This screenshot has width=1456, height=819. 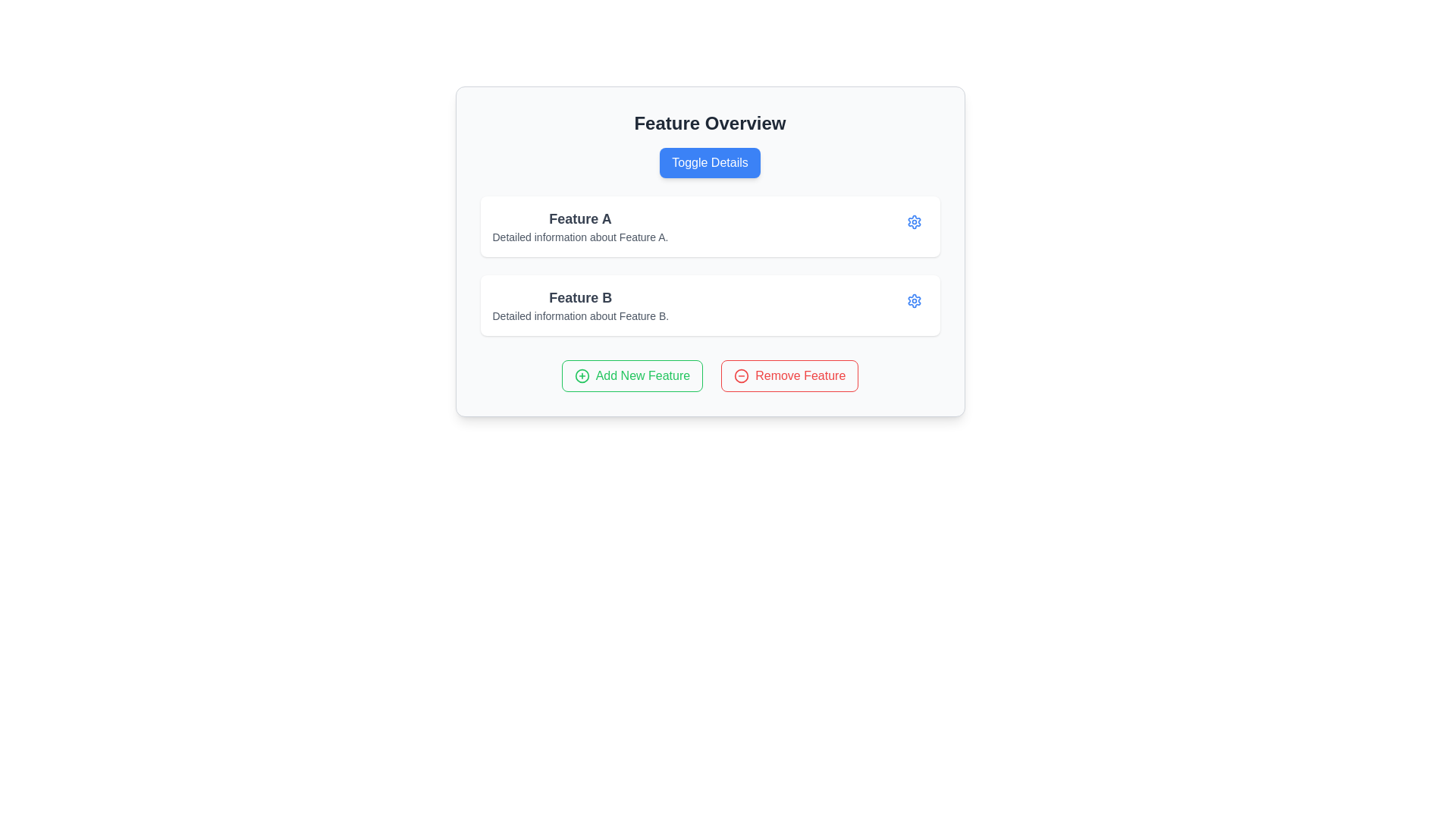 What do you see at coordinates (913, 301) in the screenshot?
I see `the blue gear-shaped icon with intricate spokes located on the right-hand side of the 'Feature A' row` at bounding box center [913, 301].